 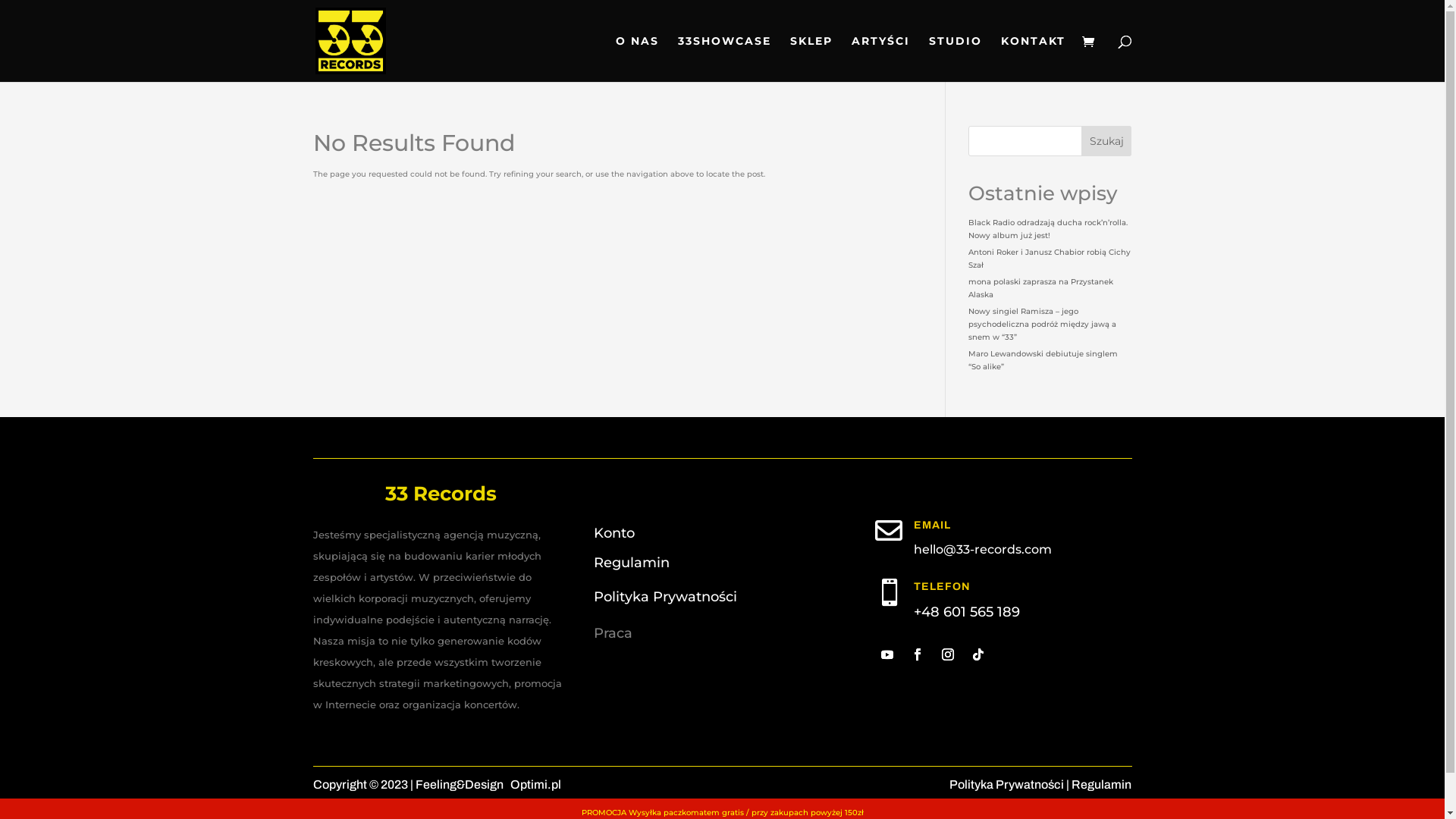 I want to click on 'O NAS', so click(x=615, y=58).